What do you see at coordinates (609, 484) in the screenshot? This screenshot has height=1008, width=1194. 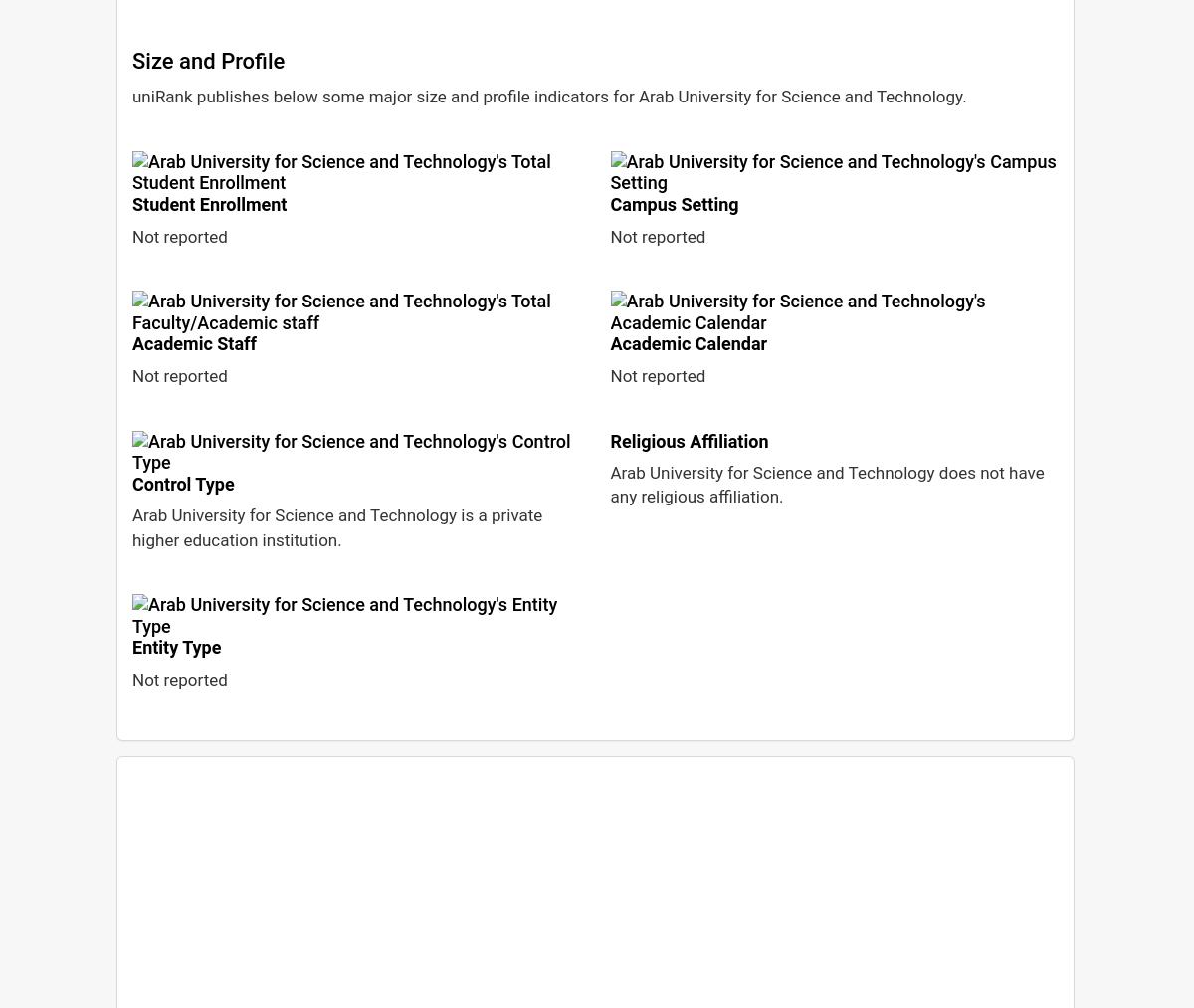 I see `'Arab University for Science and Technology does not have any religious affiliation.'` at bounding box center [609, 484].